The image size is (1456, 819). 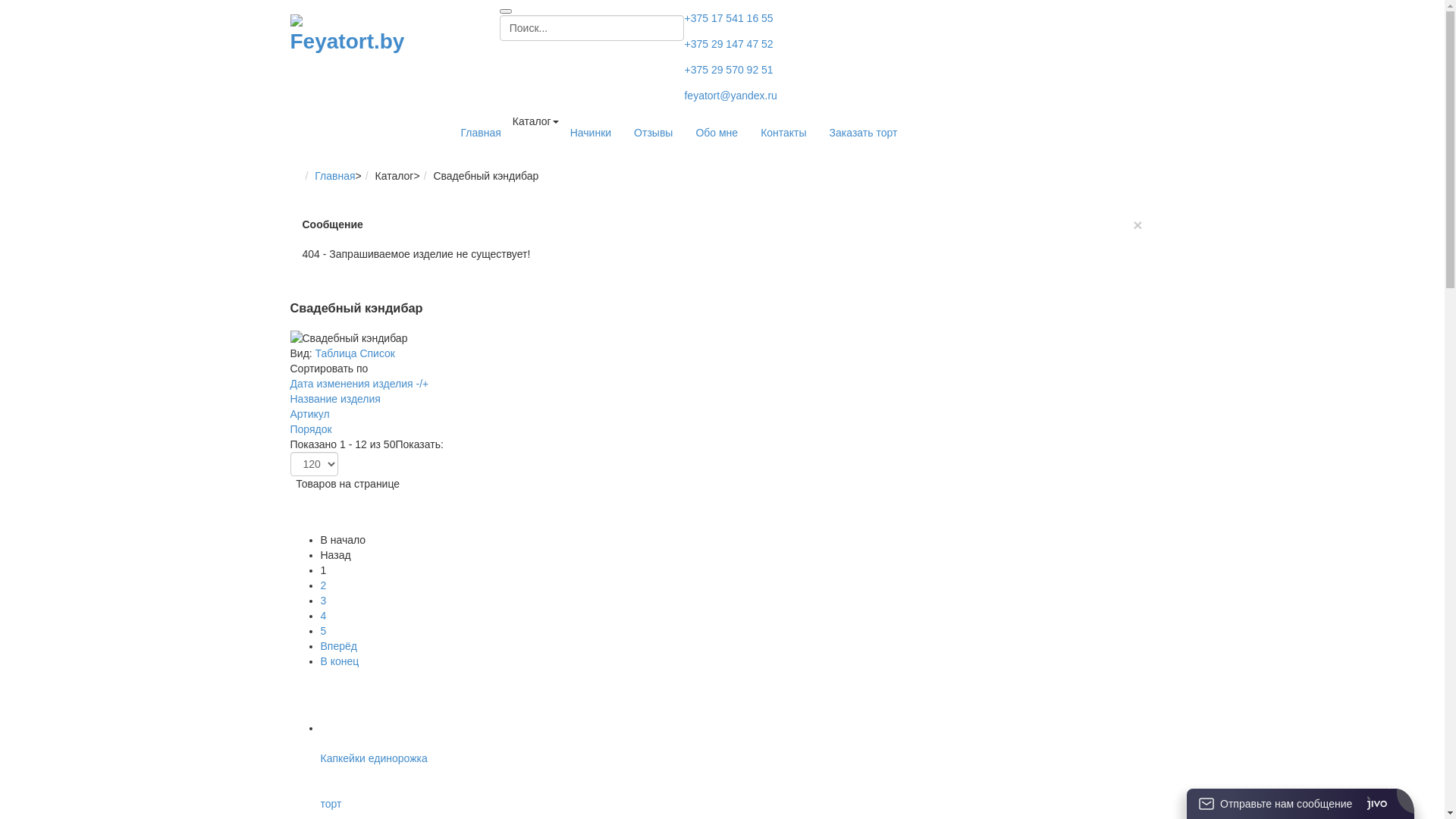 I want to click on '3', so click(x=322, y=599).